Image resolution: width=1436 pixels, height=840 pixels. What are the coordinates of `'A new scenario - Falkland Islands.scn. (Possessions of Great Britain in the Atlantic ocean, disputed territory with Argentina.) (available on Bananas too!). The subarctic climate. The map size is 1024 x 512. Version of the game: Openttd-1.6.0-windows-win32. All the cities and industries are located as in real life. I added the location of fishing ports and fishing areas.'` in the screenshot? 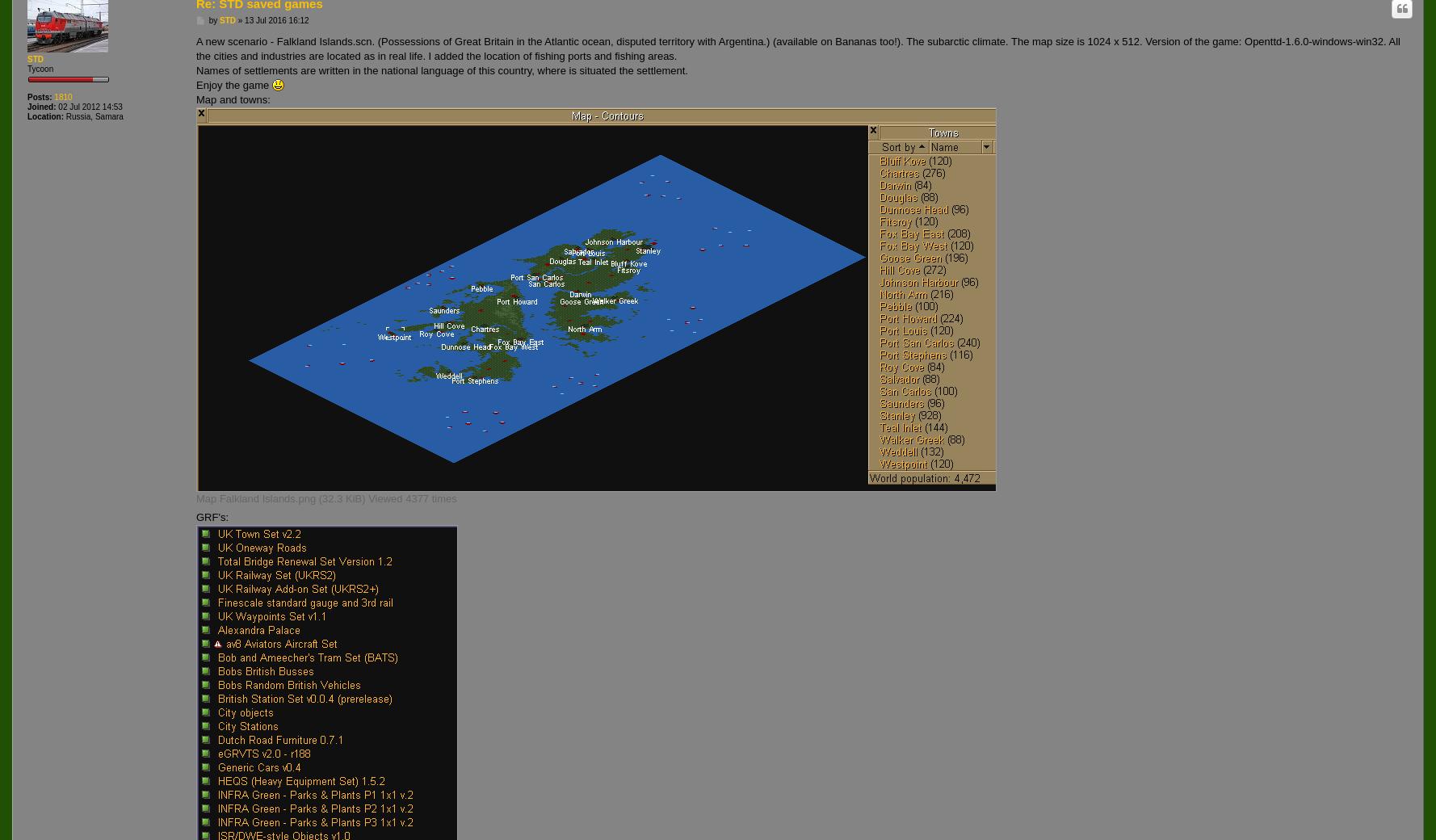 It's located at (797, 47).